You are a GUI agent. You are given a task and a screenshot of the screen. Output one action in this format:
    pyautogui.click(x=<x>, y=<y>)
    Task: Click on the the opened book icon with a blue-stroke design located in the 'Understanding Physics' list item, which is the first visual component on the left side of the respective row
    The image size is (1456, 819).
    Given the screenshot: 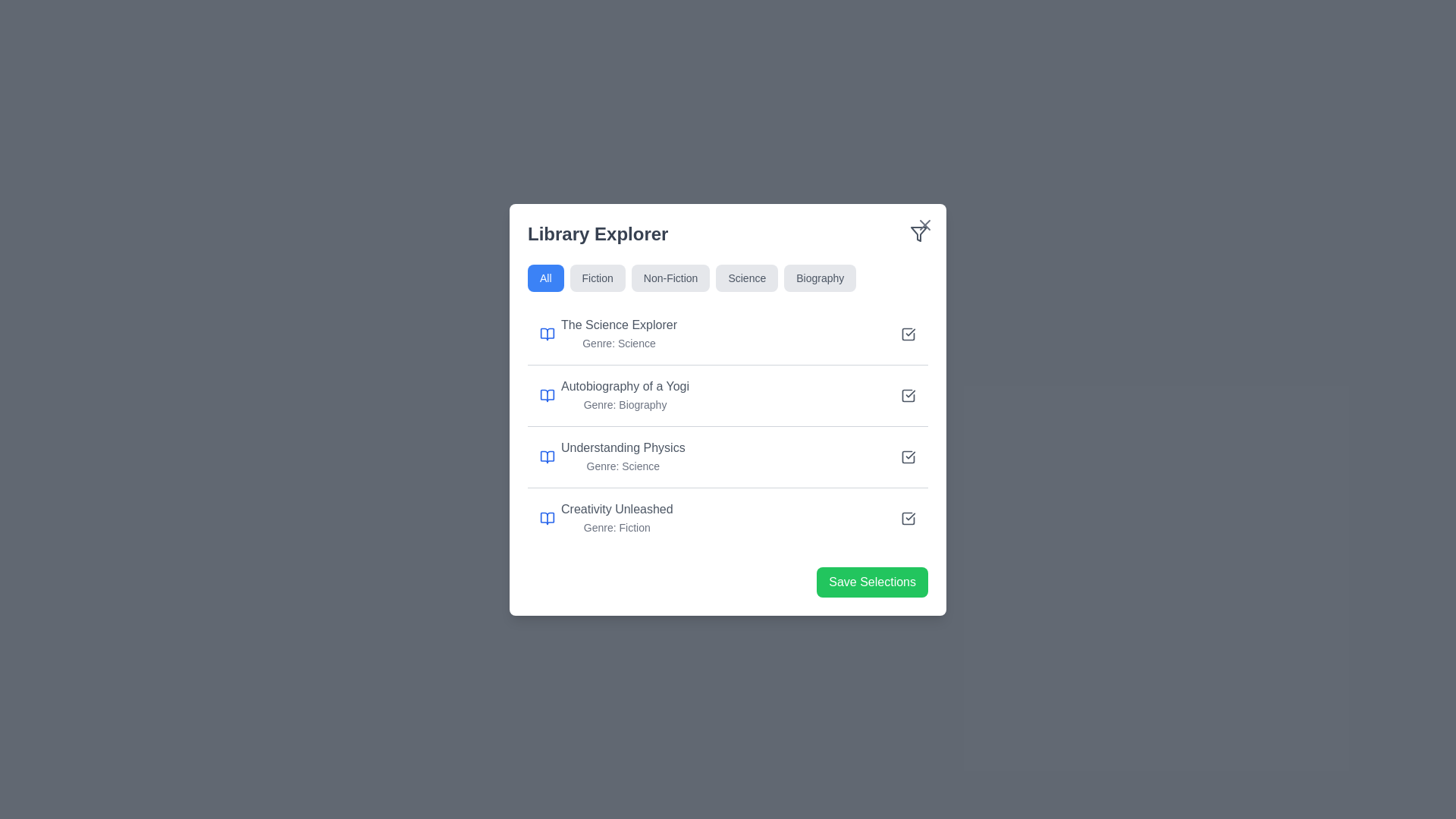 What is the action you would take?
    pyautogui.click(x=546, y=456)
    